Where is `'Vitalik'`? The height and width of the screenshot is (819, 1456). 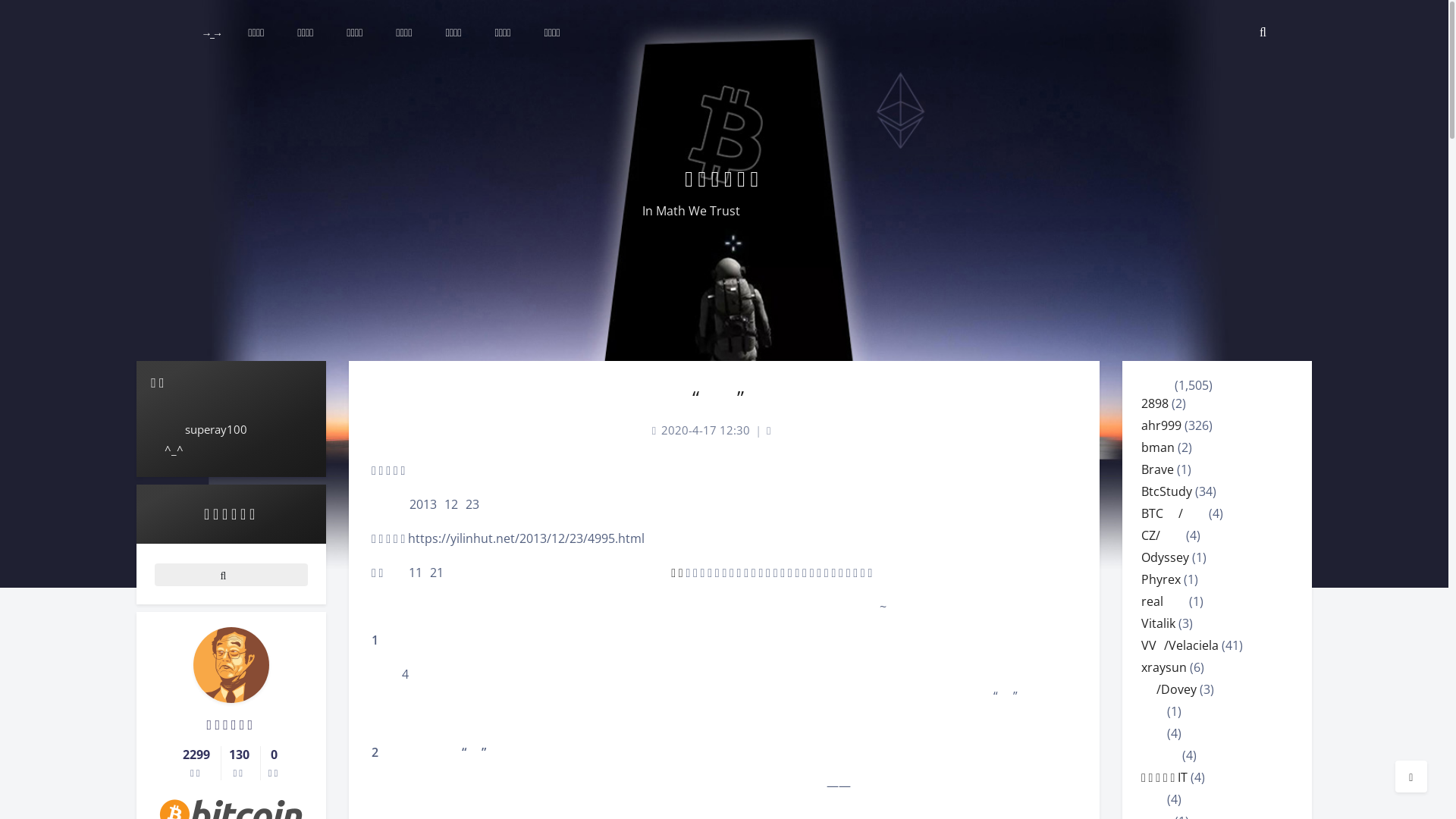 'Vitalik' is located at coordinates (1157, 623).